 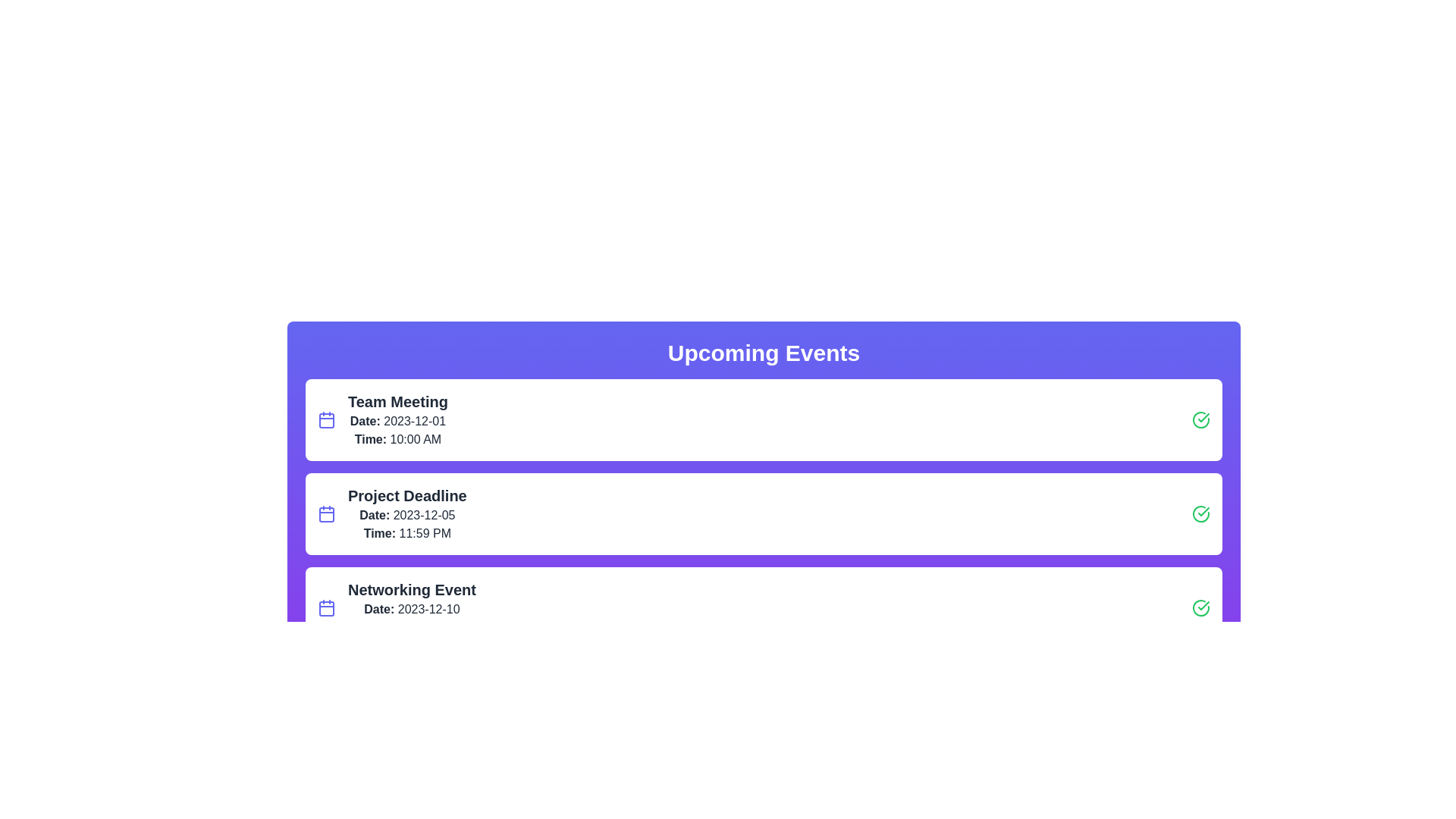 What do you see at coordinates (412, 608) in the screenshot?
I see `the static text component displaying the date information for the 'Networking Event', which is positioned below the title and above the time information` at bounding box center [412, 608].